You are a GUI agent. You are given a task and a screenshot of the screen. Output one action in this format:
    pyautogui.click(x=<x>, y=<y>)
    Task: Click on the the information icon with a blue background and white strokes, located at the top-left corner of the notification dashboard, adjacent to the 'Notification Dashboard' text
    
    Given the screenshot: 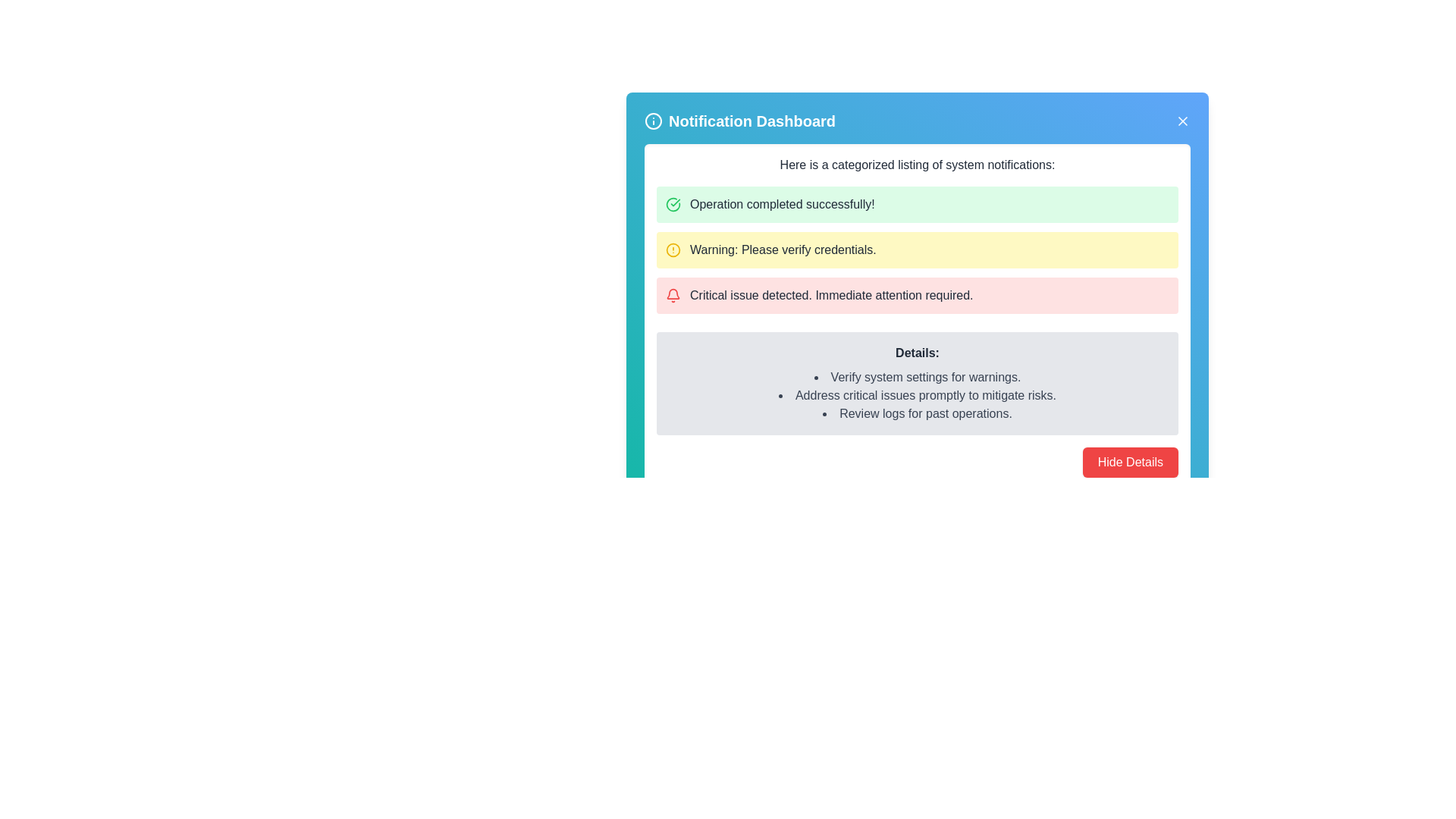 What is the action you would take?
    pyautogui.click(x=654, y=120)
    